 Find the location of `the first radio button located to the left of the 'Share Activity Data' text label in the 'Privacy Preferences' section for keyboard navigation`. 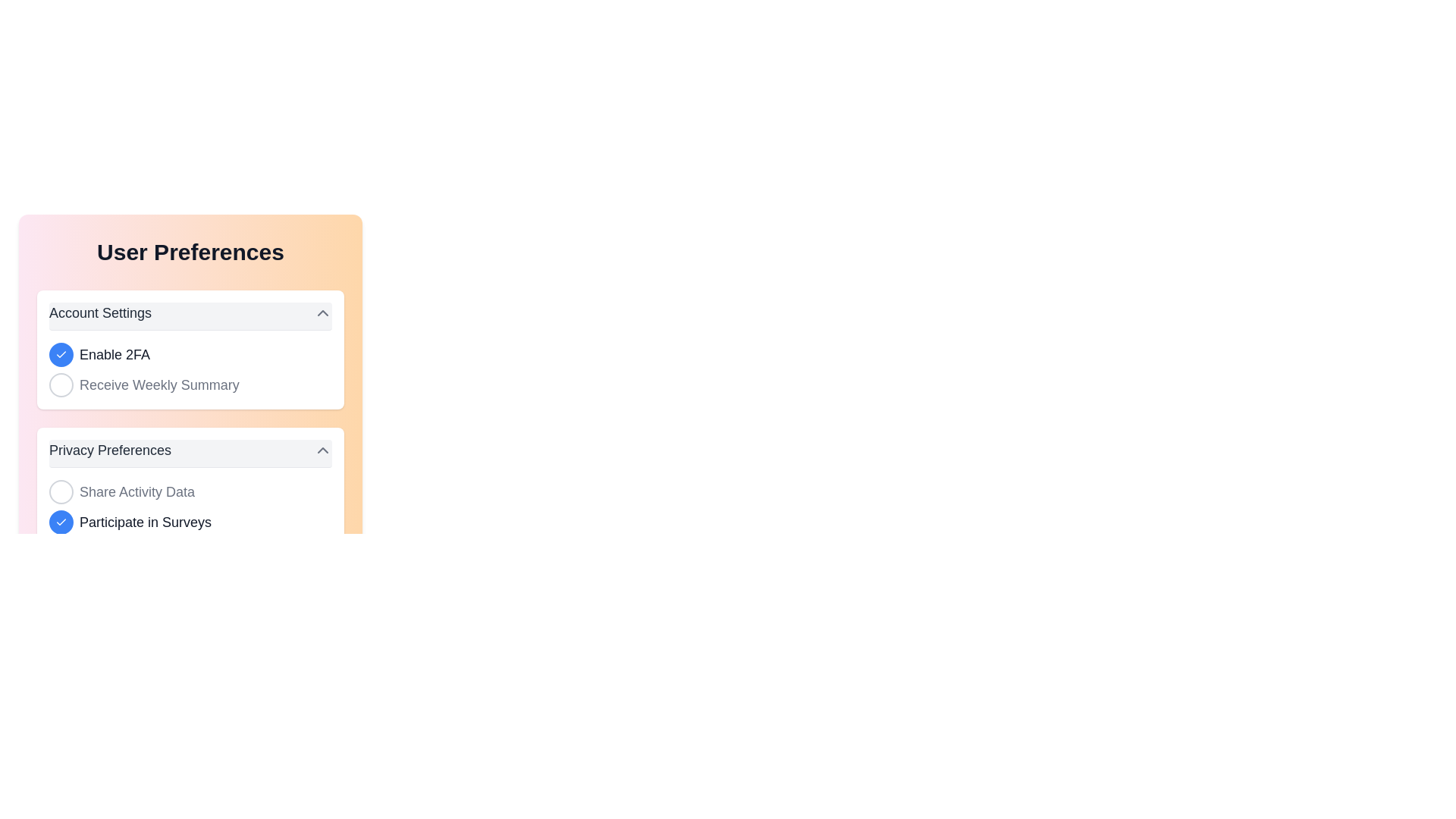

the first radio button located to the left of the 'Share Activity Data' text label in the 'Privacy Preferences' section for keyboard navigation is located at coordinates (61, 491).